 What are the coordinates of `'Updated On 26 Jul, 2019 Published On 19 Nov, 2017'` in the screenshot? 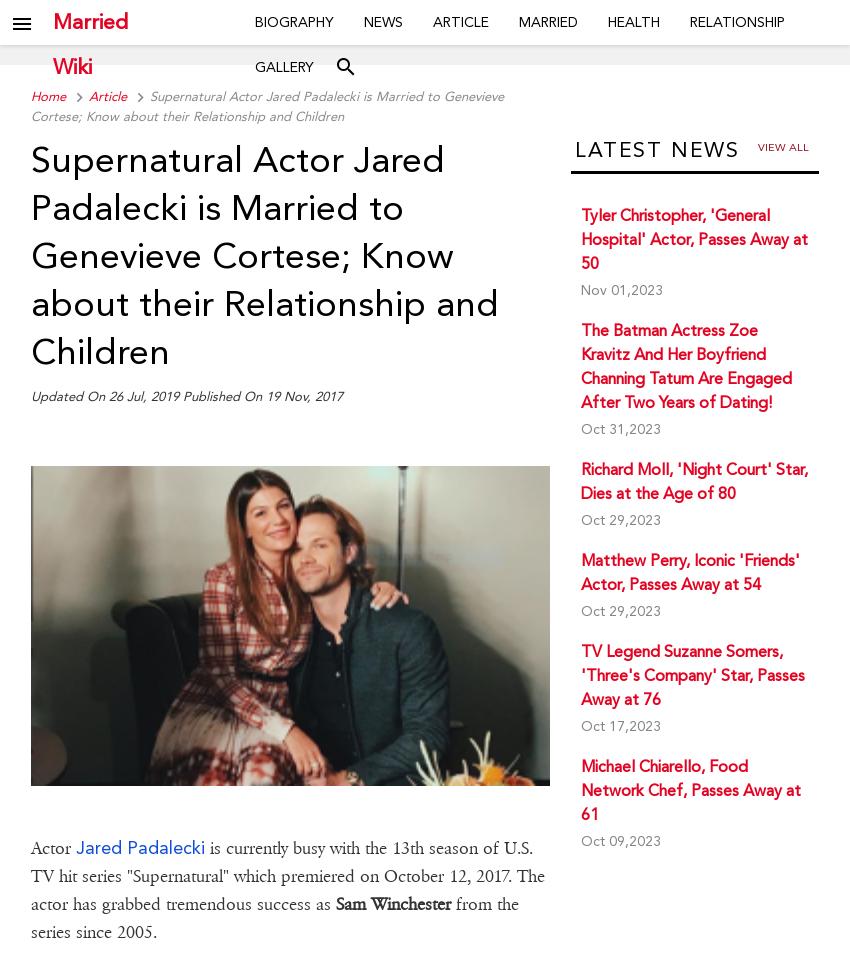 It's located at (184, 396).